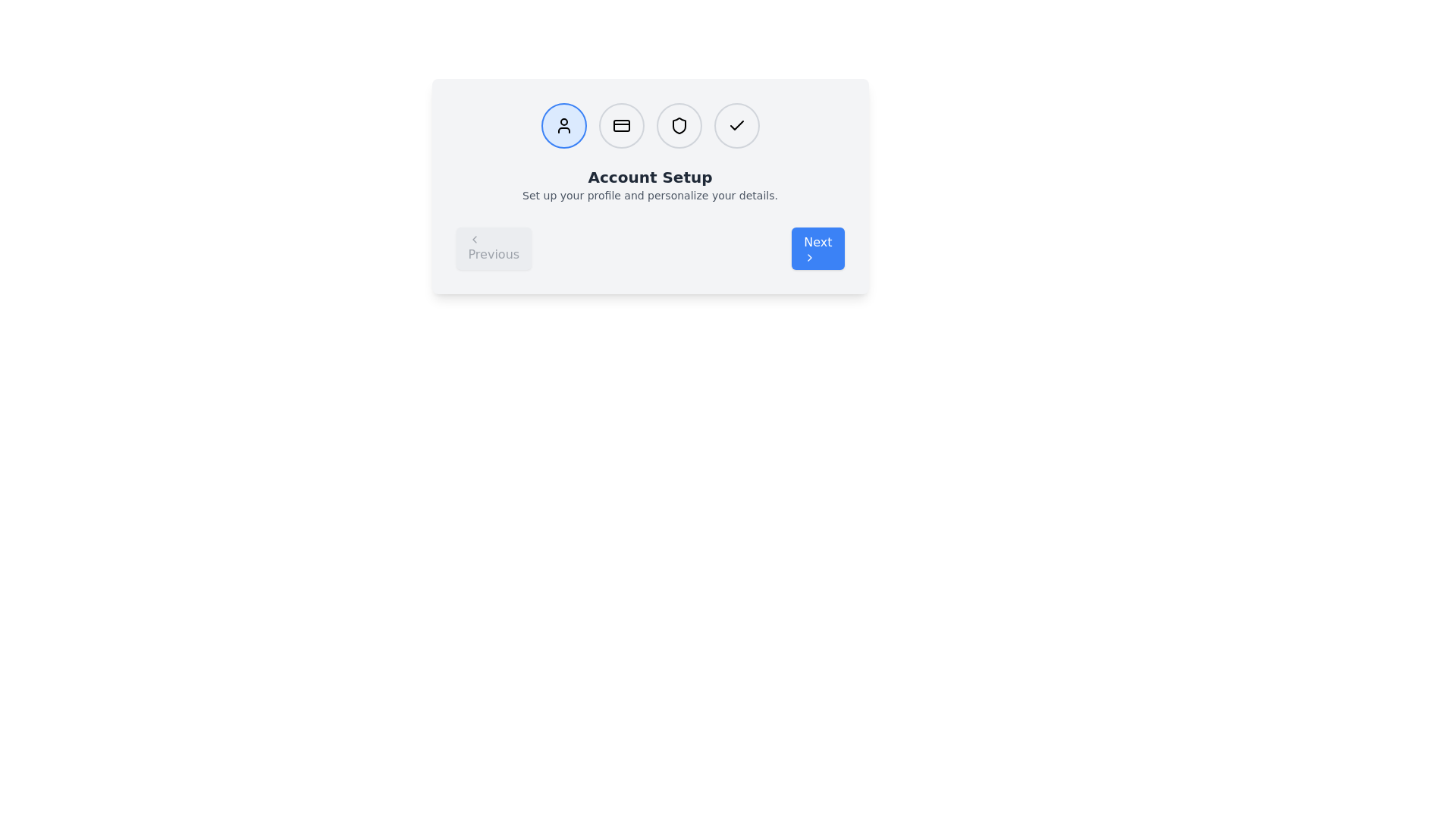  What do you see at coordinates (678, 124) in the screenshot?
I see `the shield icon embedded within the security button` at bounding box center [678, 124].